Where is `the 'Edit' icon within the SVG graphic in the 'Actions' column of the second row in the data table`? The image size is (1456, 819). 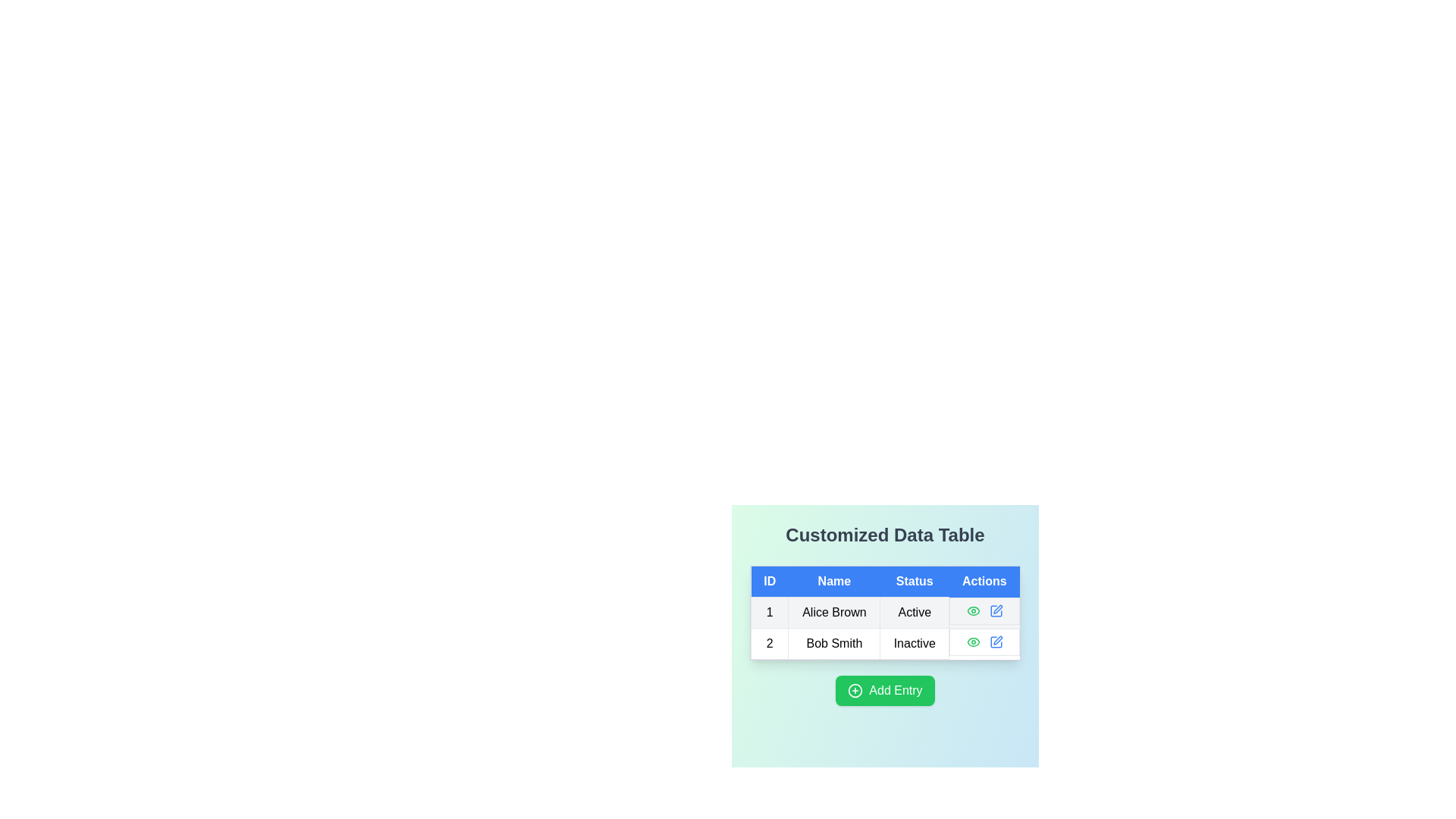
the 'Edit' icon within the SVG graphic in the 'Actions' column of the second row in the data table is located at coordinates (997, 640).